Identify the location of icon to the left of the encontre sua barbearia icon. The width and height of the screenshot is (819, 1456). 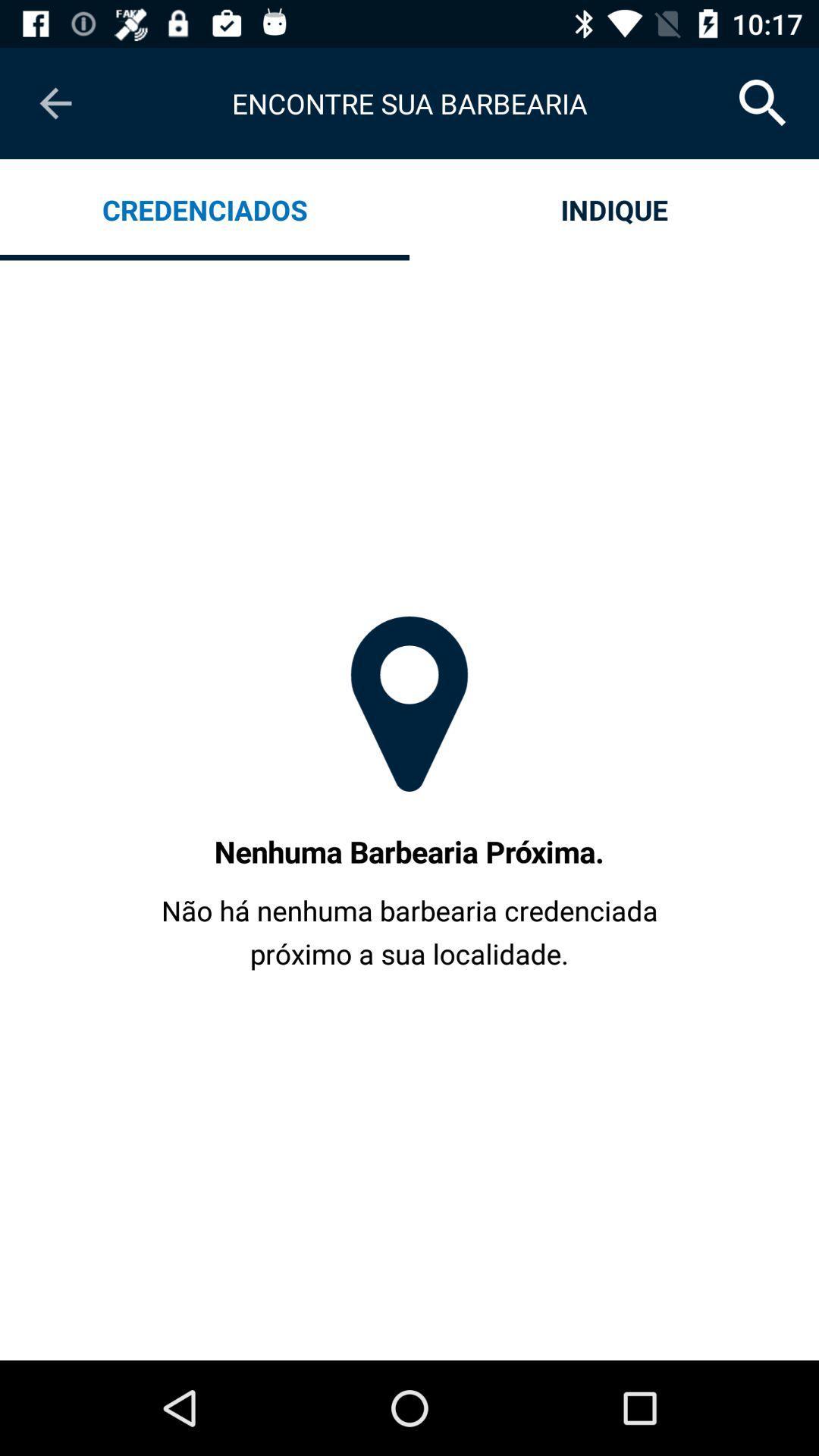
(55, 102).